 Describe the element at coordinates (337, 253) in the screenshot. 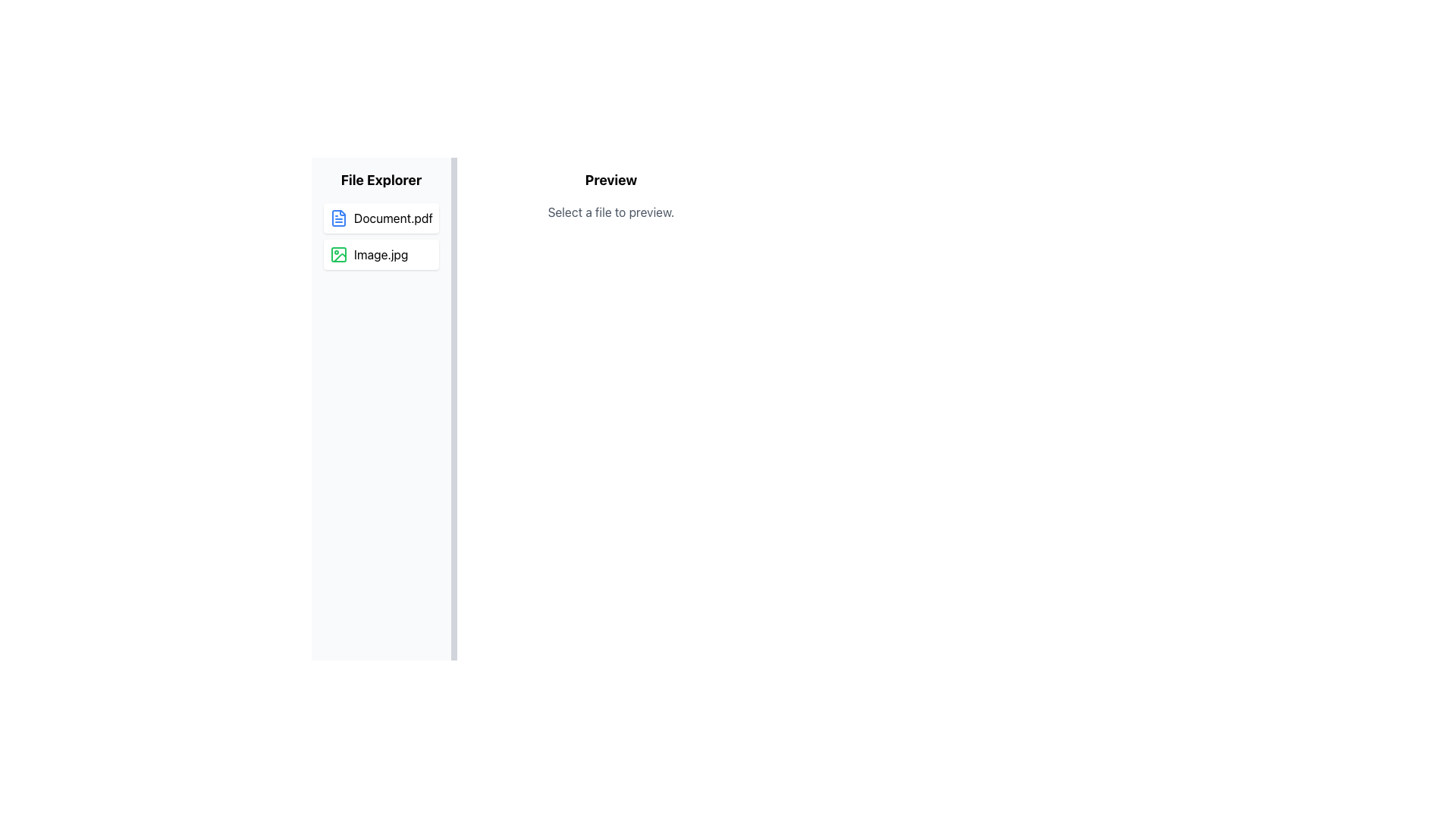

I see `green icon element with rounded corners located next to the file name 'Image.jpg' in the explorer section by clicking on it` at that location.